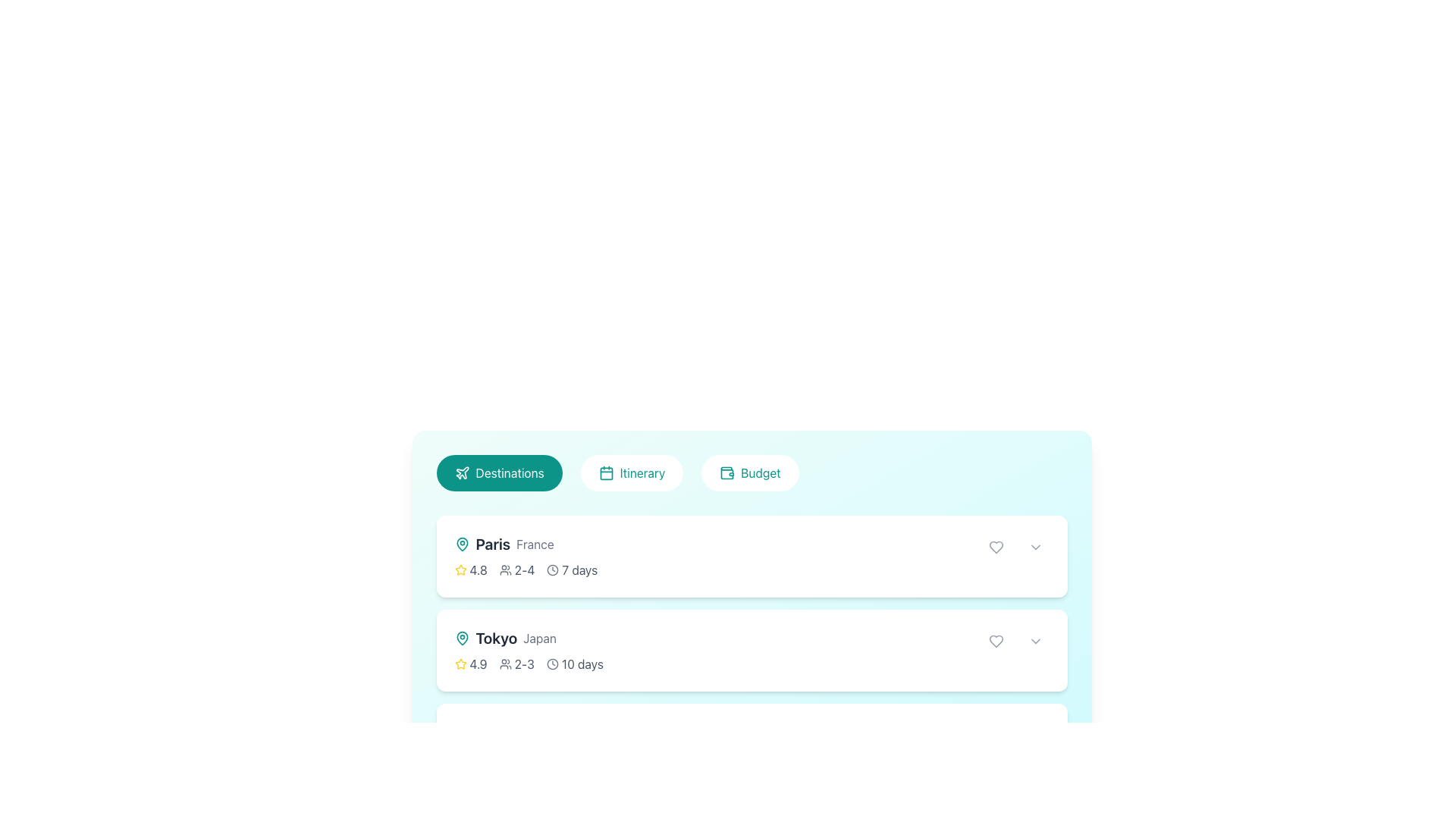 Image resolution: width=1456 pixels, height=819 pixels. I want to click on the circular dark gray clock icon located to the left of the text '10 days' associated with the travel destination 'Tokyo, Japan', so click(551, 663).